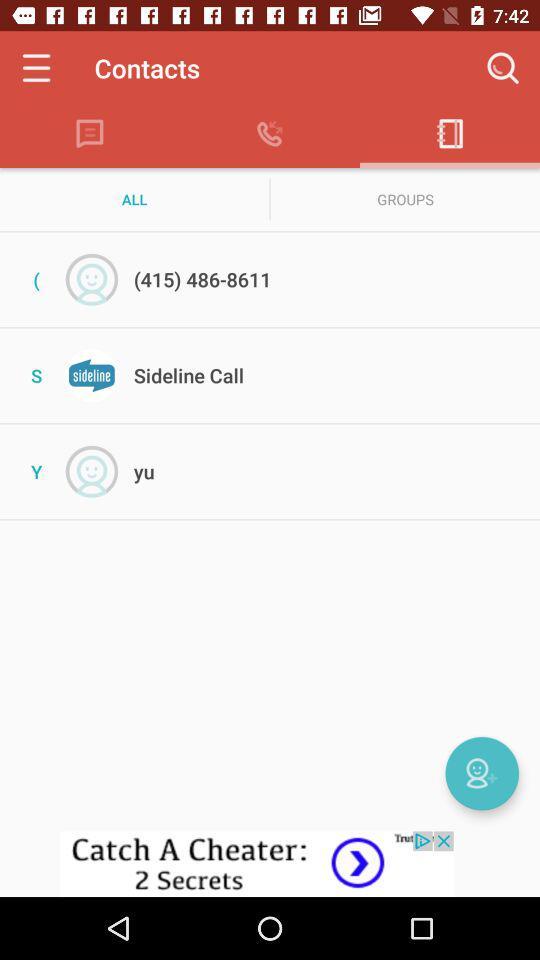  Describe the element at coordinates (270, 863) in the screenshot. I see `catch a cheater more` at that location.